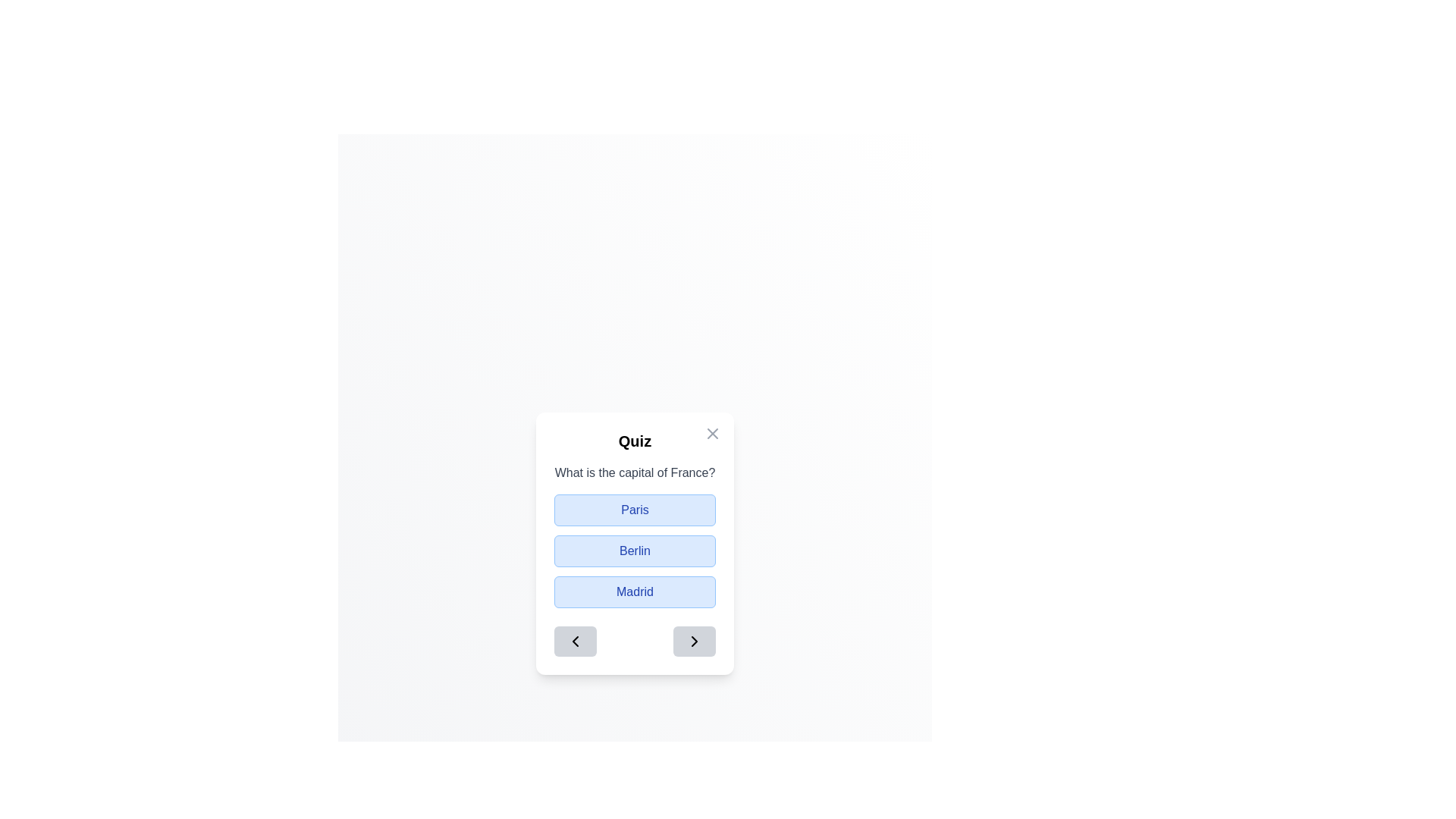 The image size is (1456, 819). What do you see at coordinates (635, 441) in the screenshot?
I see `the static text component displaying the word 'Quiz', which is styled in bold and relatively large font, positioned above the question 'What is the capital of France?' and below an interactive button in the top-right corner` at bounding box center [635, 441].